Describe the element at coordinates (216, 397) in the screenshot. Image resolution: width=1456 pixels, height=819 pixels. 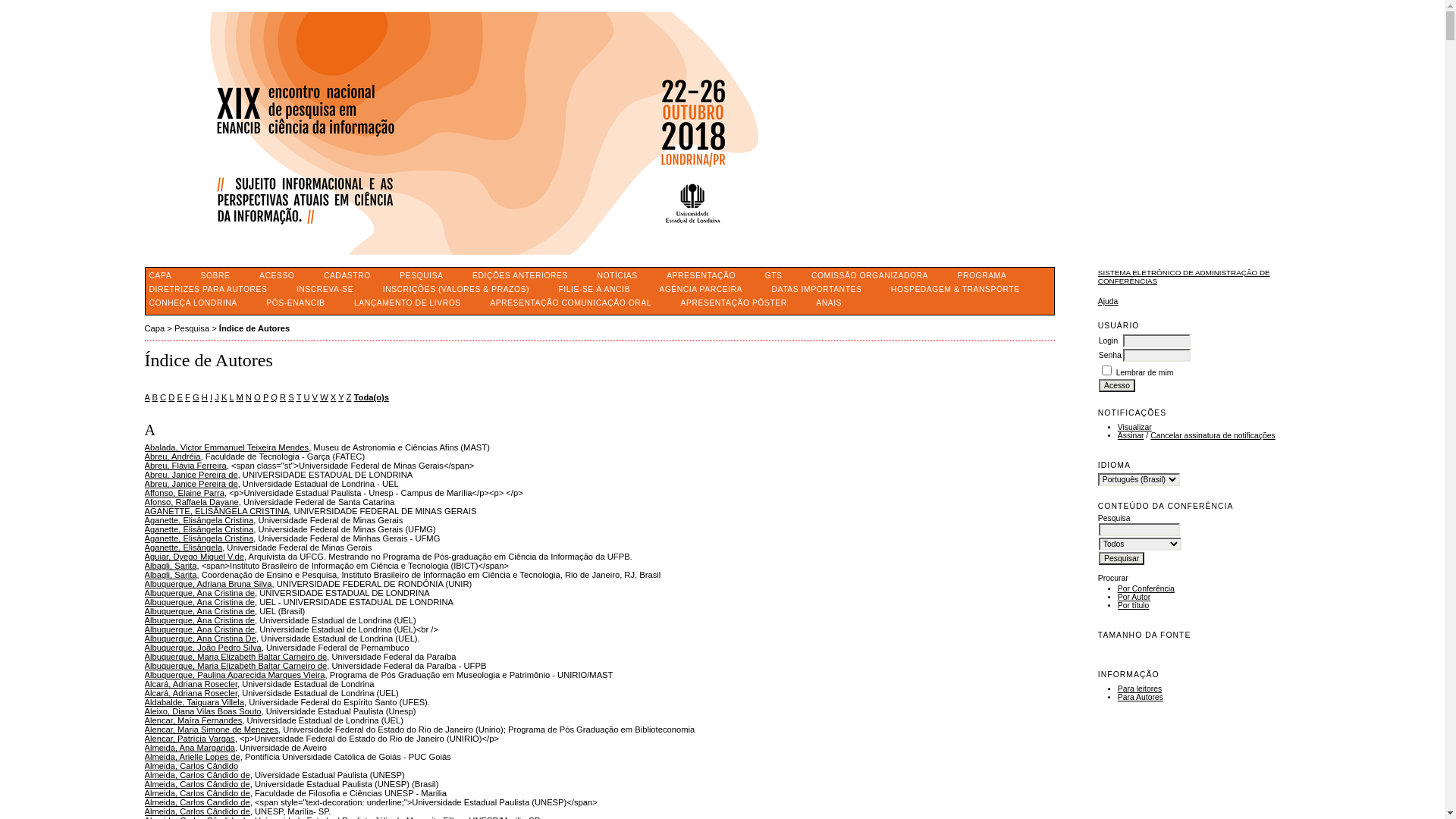
I see `'J'` at that location.